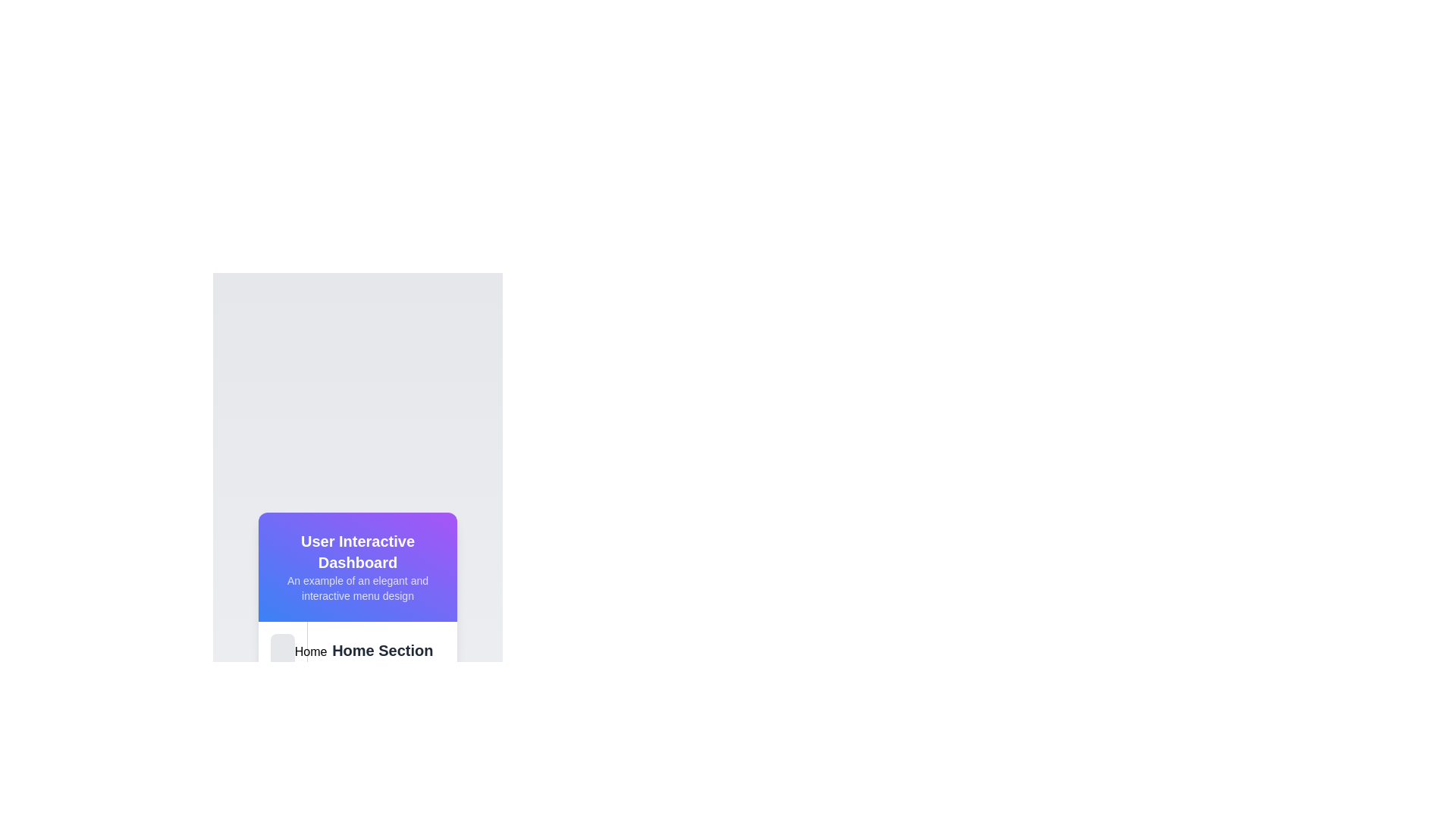  What do you see at coordinates (291, 652) in the screenshot?
I see `the house-like icon with a triangular roof and rectangular base, located near the bottom left of the interface, adjacent to the 'Home' label` at bounding box center [291, 652].